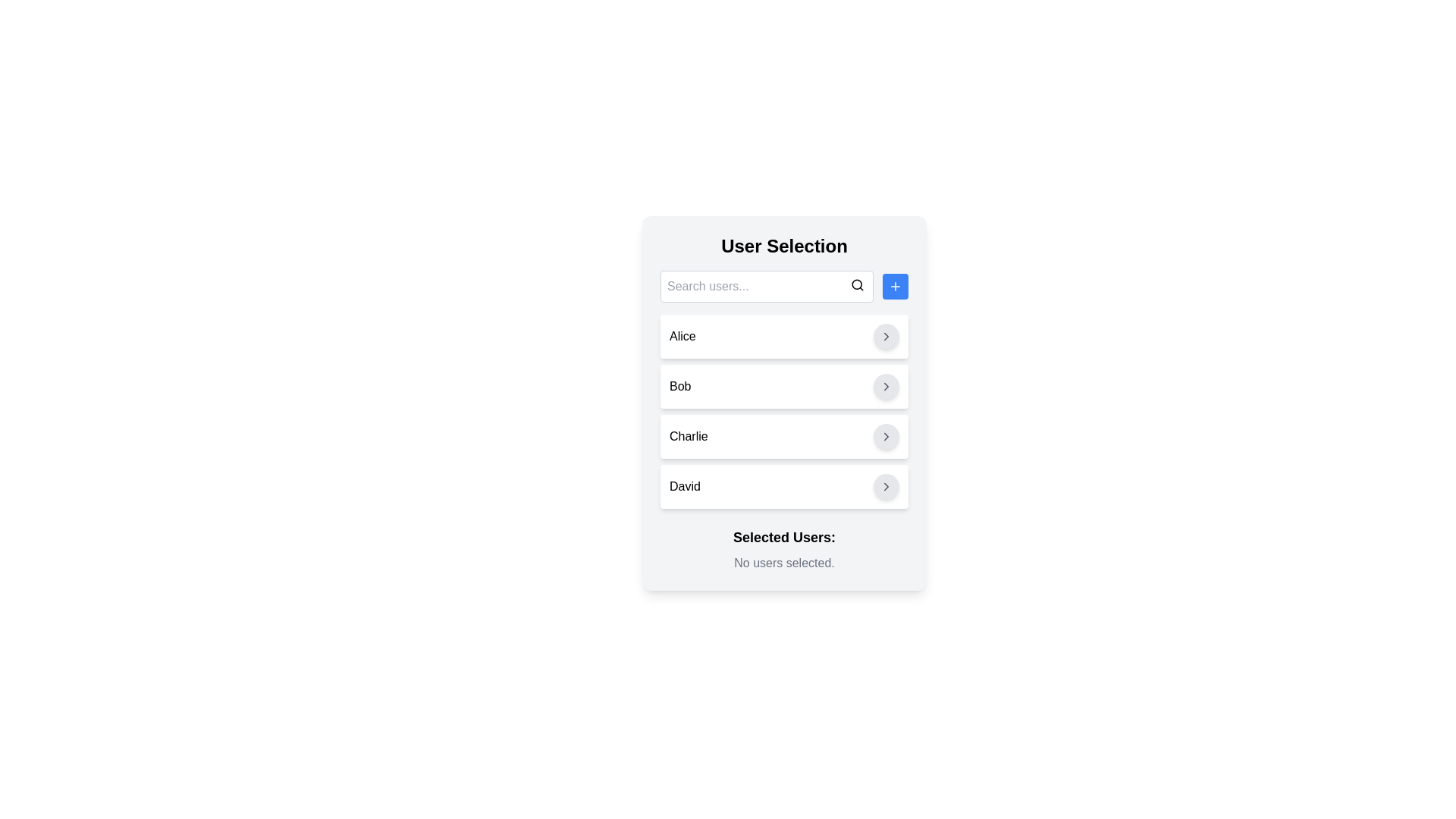 Image resolution: width=1456 pixels, height=819 pixels. I want to click on the right-pointing arrow icon located within the 'Charlie' user entry, so click(886, 436).